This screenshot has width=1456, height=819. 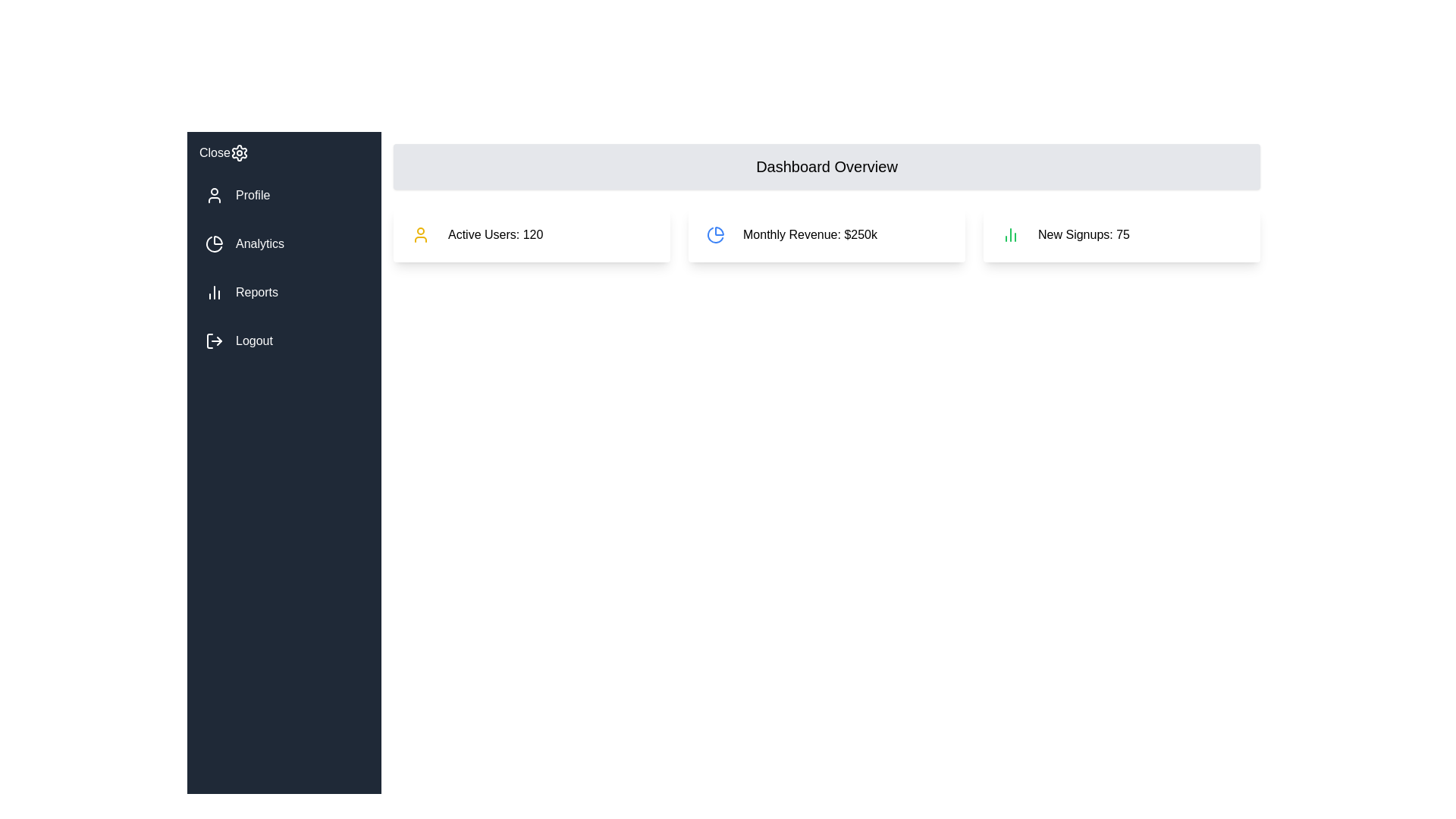 What do you see at coordinates (218, 341) in the screenshot?
I see `the small triangular-shaped arrow pointing rightwards, which is part of the logout icon in the left sidebar` at bounding box center [218, 341].